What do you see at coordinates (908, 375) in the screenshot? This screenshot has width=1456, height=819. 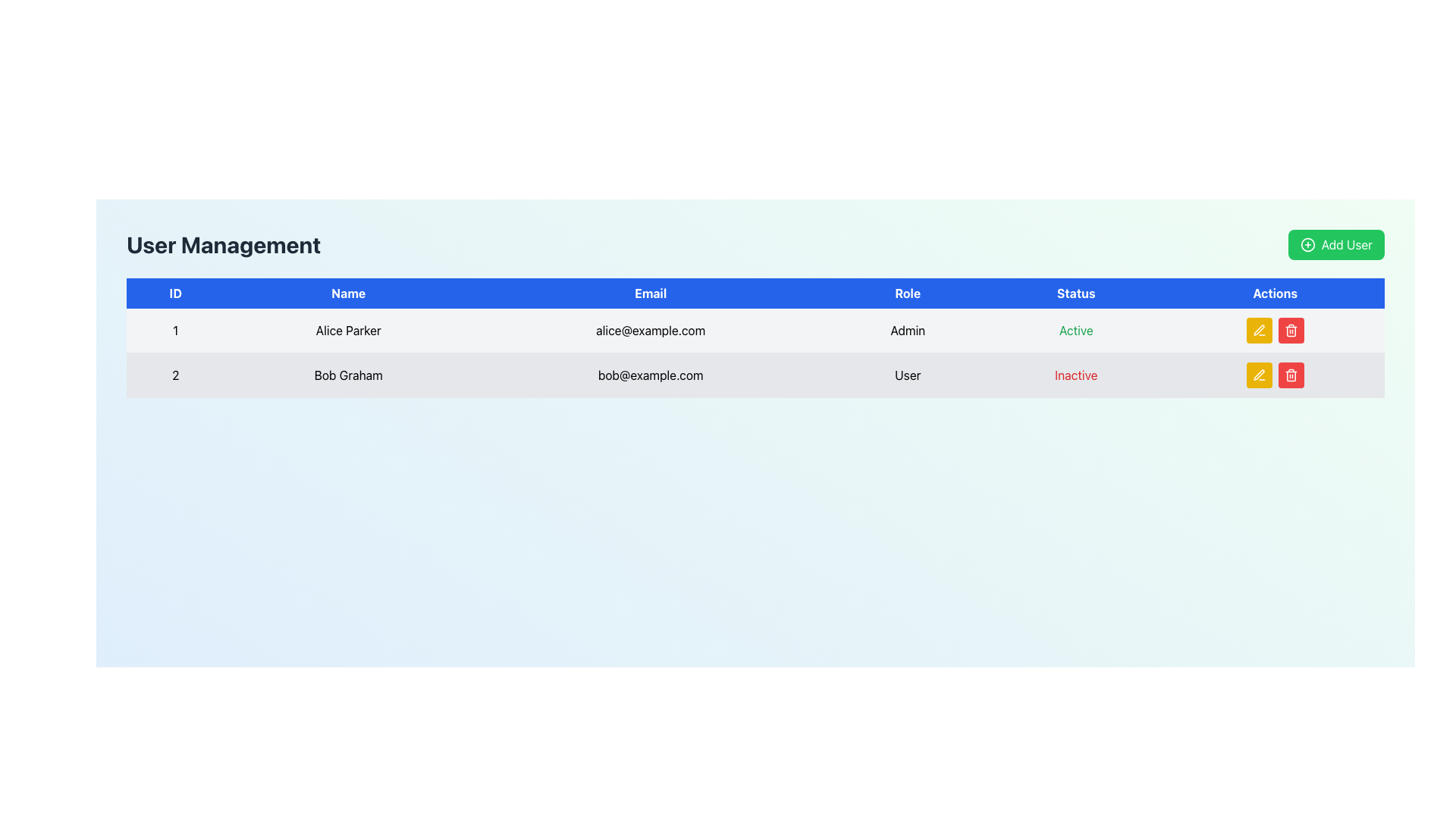 I see `text content of the Text Label indicating the role of user 'Bob Graham' in the second row of the table under the 'Role' column` at bounding box center [908, 375].